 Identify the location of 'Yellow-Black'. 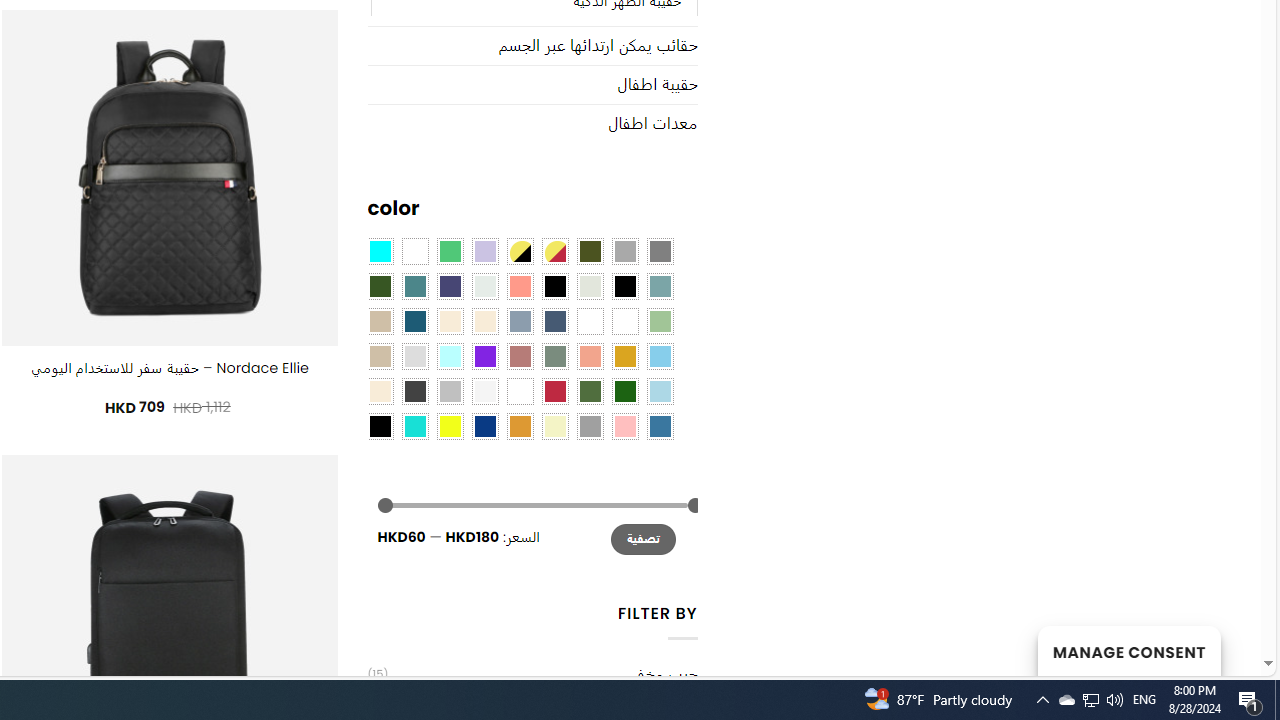
(519, 250).